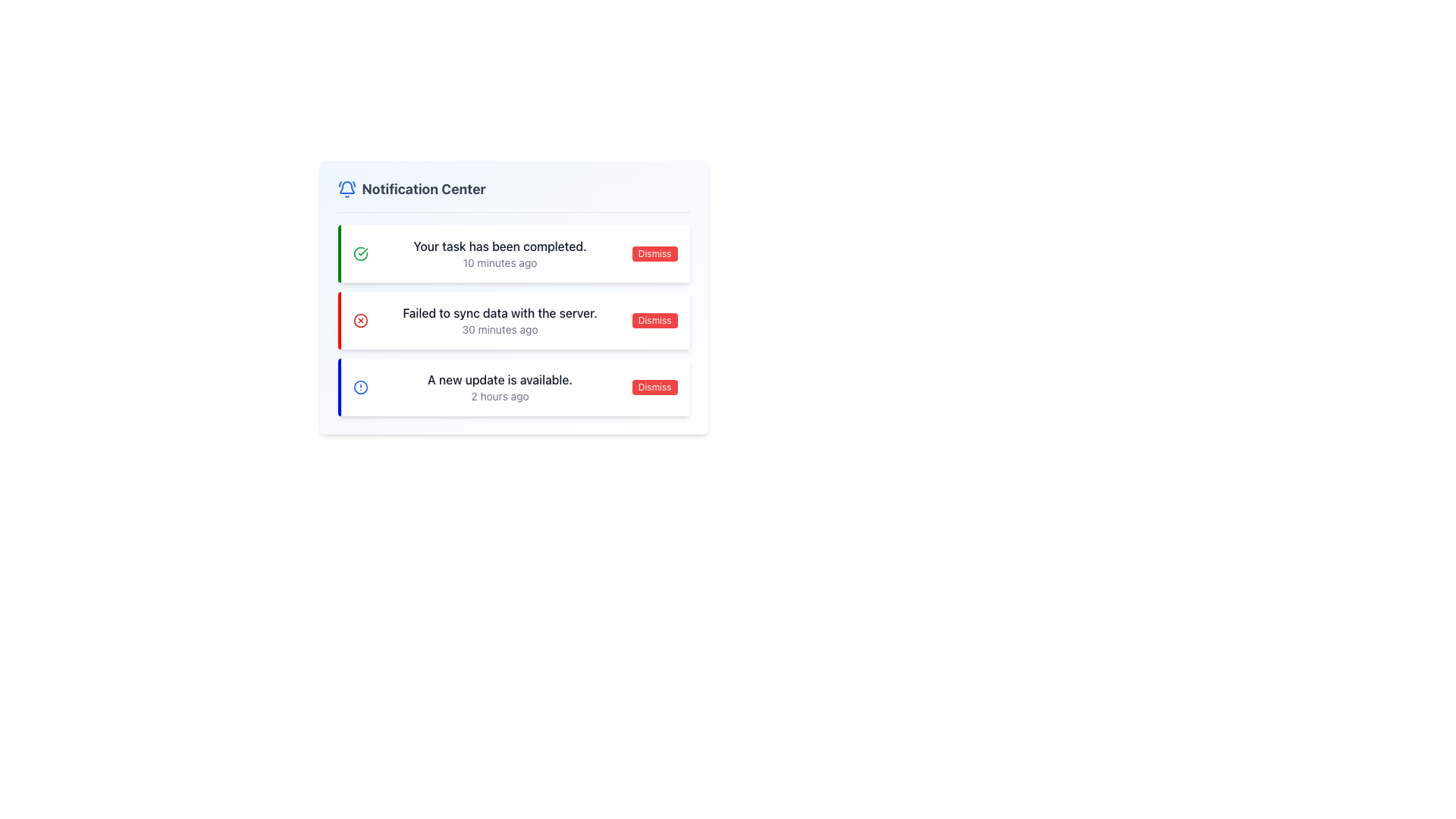  I want to click on the SVG circle element that serves as a boundary for the cross symbol in the second notification entry of the Notification Center interface, so click(359, 320).